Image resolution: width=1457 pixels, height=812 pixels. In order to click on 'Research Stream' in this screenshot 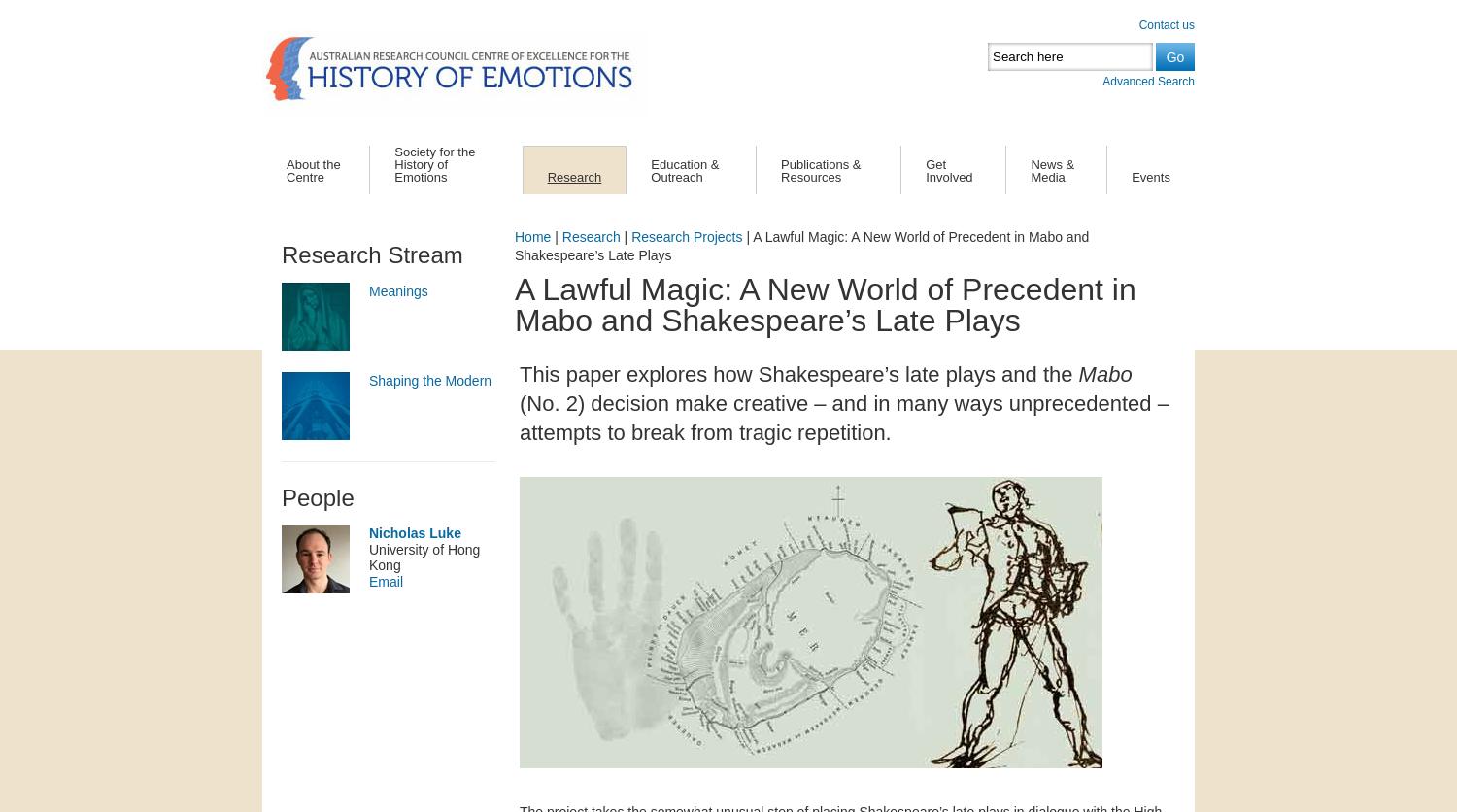, I will do `click(281, 254)`.